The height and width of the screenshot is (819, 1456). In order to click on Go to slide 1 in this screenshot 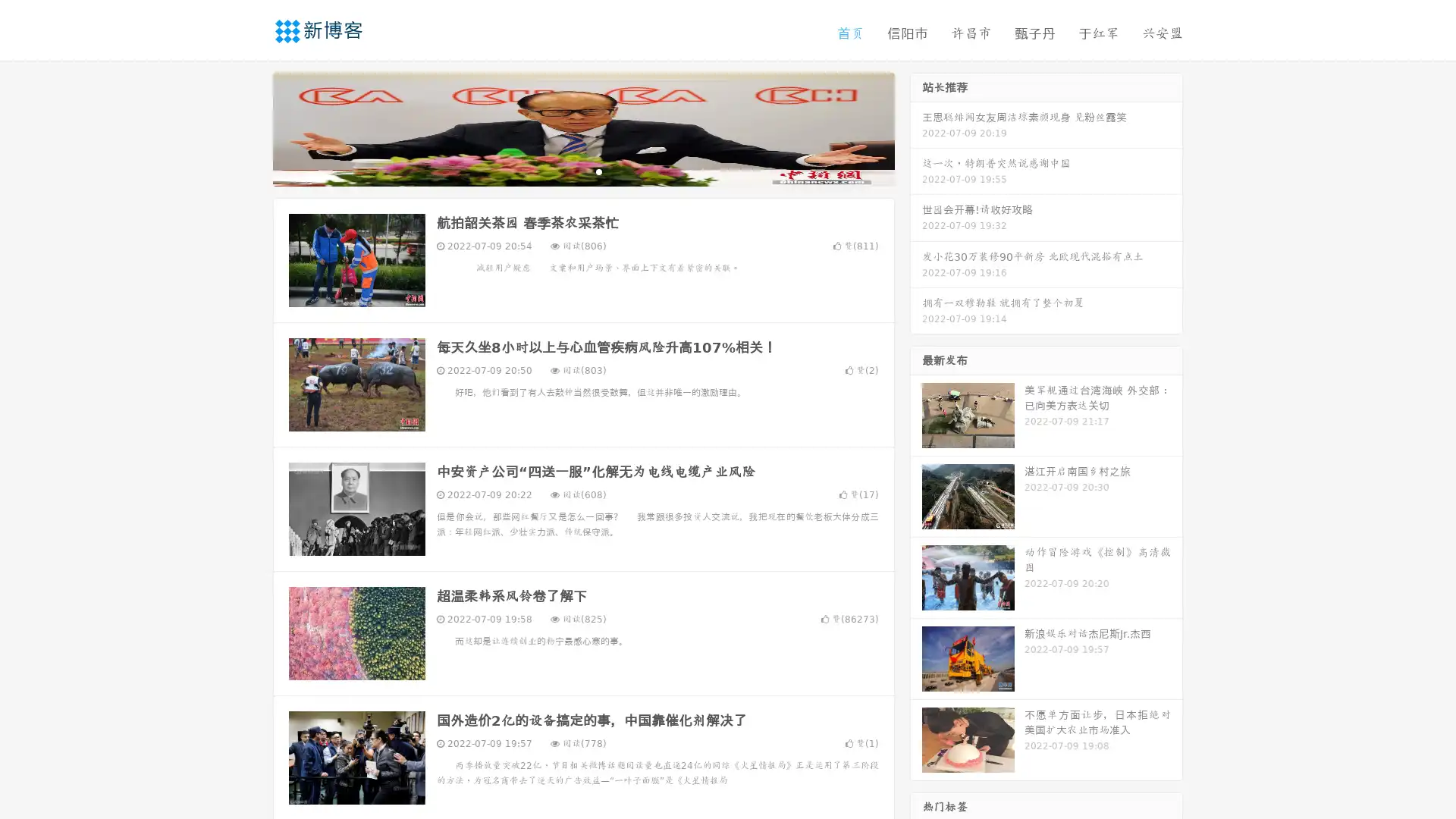, I will do `click(567, 171)`.